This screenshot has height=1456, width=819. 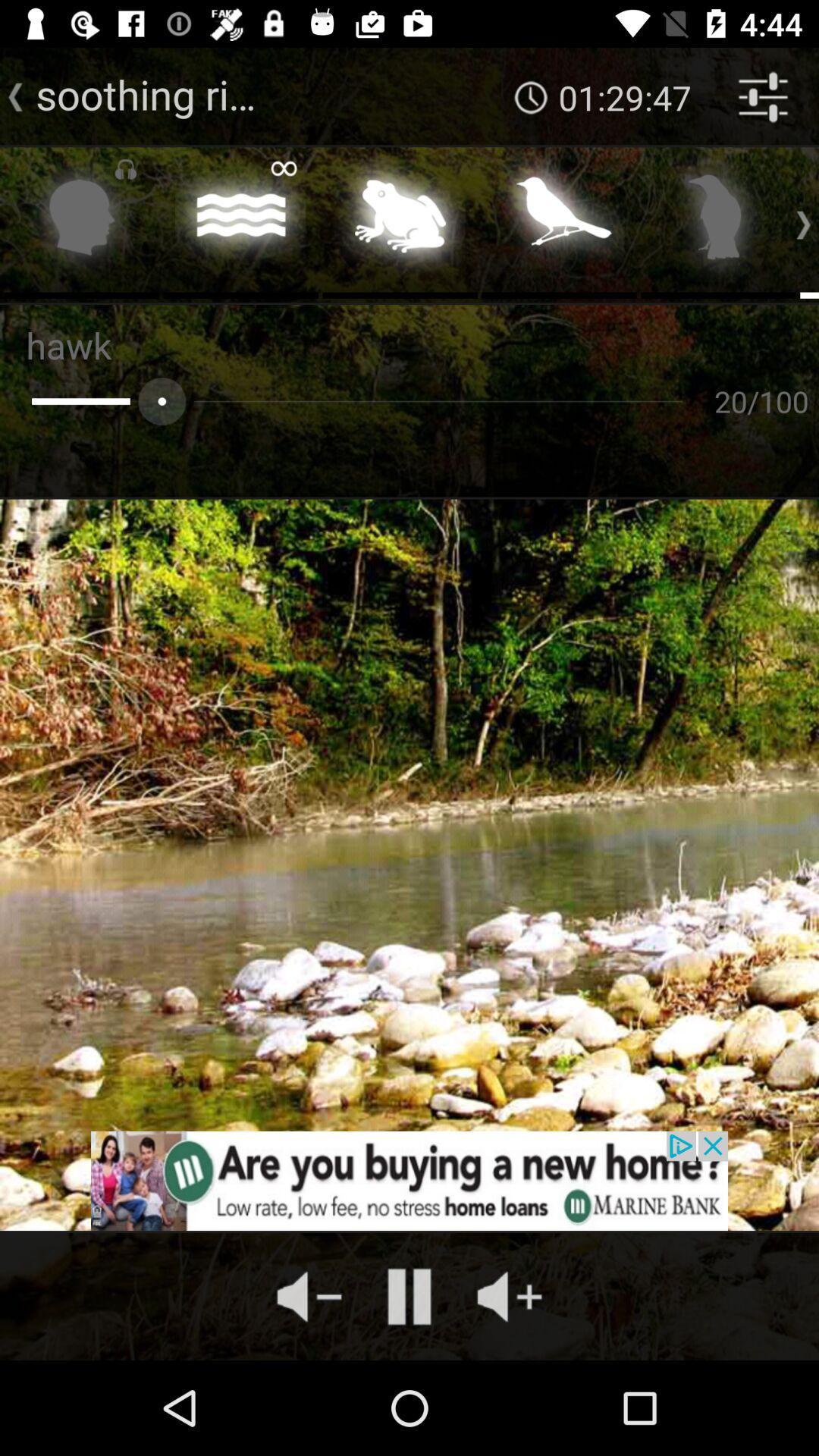 What do you see at coordinates (81, 221) in the screenshot?
I see `listen` at bounding box center [81, 221].